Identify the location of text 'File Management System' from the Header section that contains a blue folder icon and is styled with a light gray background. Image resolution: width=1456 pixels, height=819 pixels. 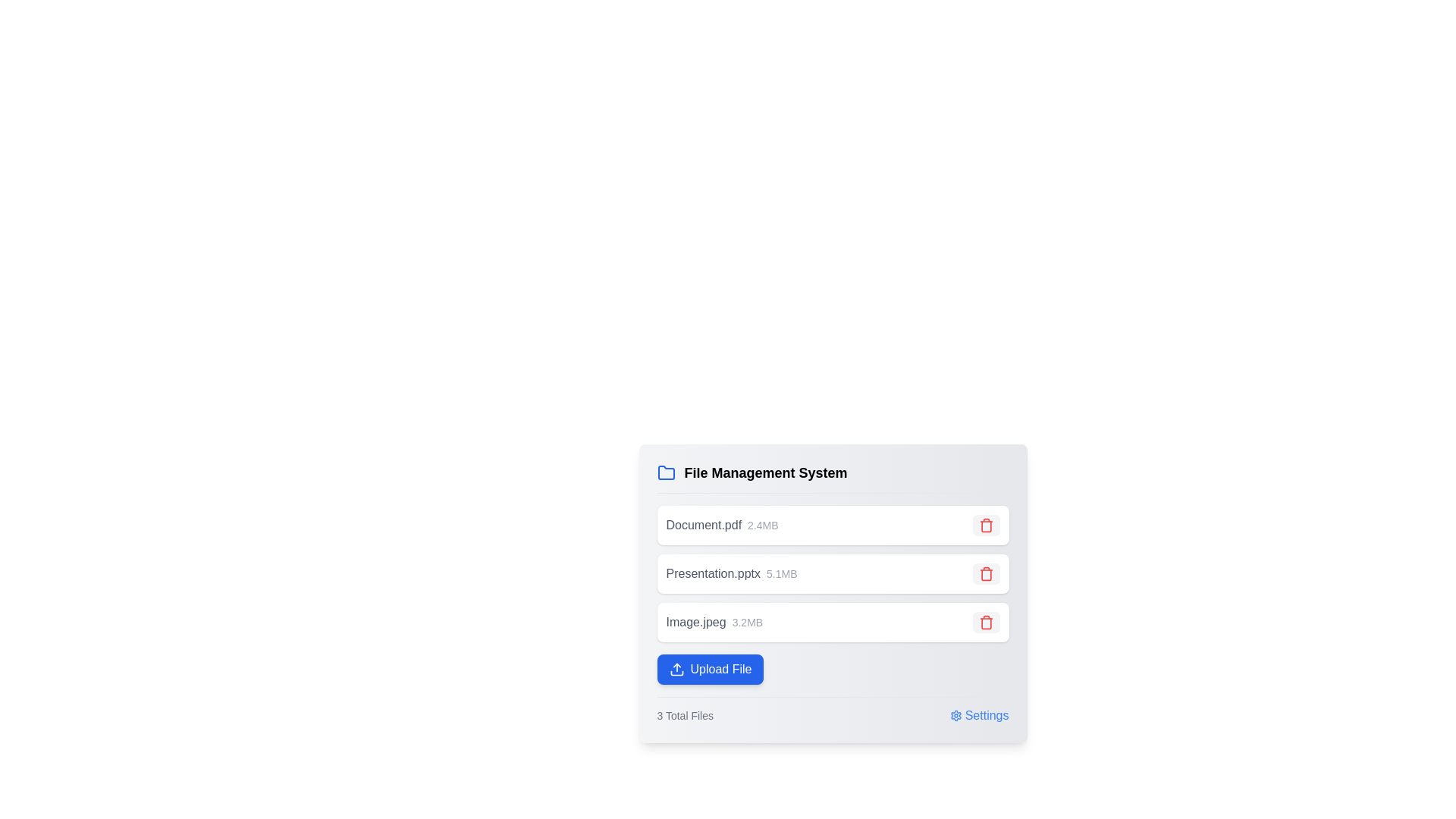
(832, 478).